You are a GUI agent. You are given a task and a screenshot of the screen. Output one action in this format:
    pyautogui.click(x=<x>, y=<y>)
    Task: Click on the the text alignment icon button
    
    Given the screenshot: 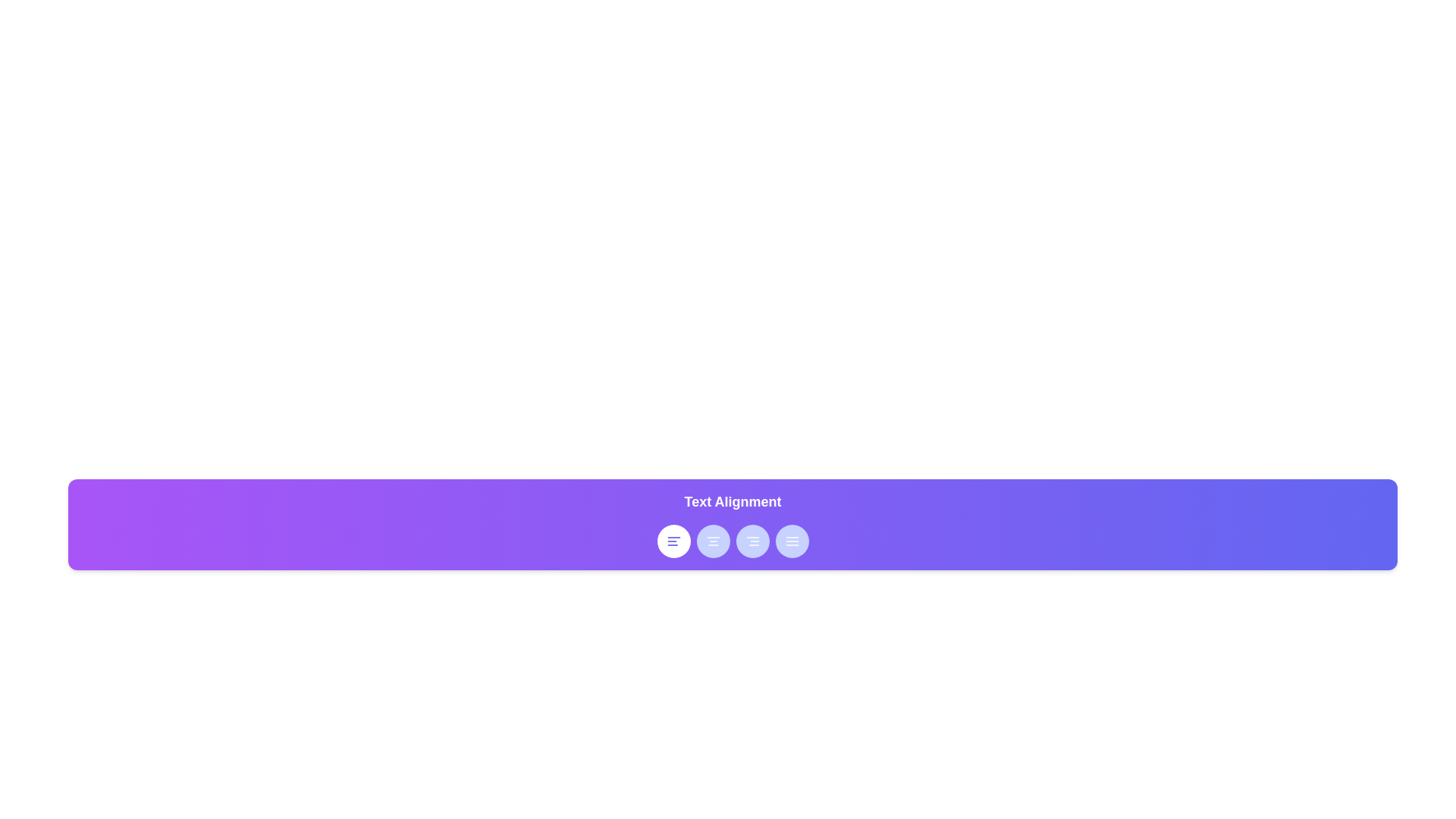 What is the action you would take?
    pyautogui.click(x=673, y=540)
    